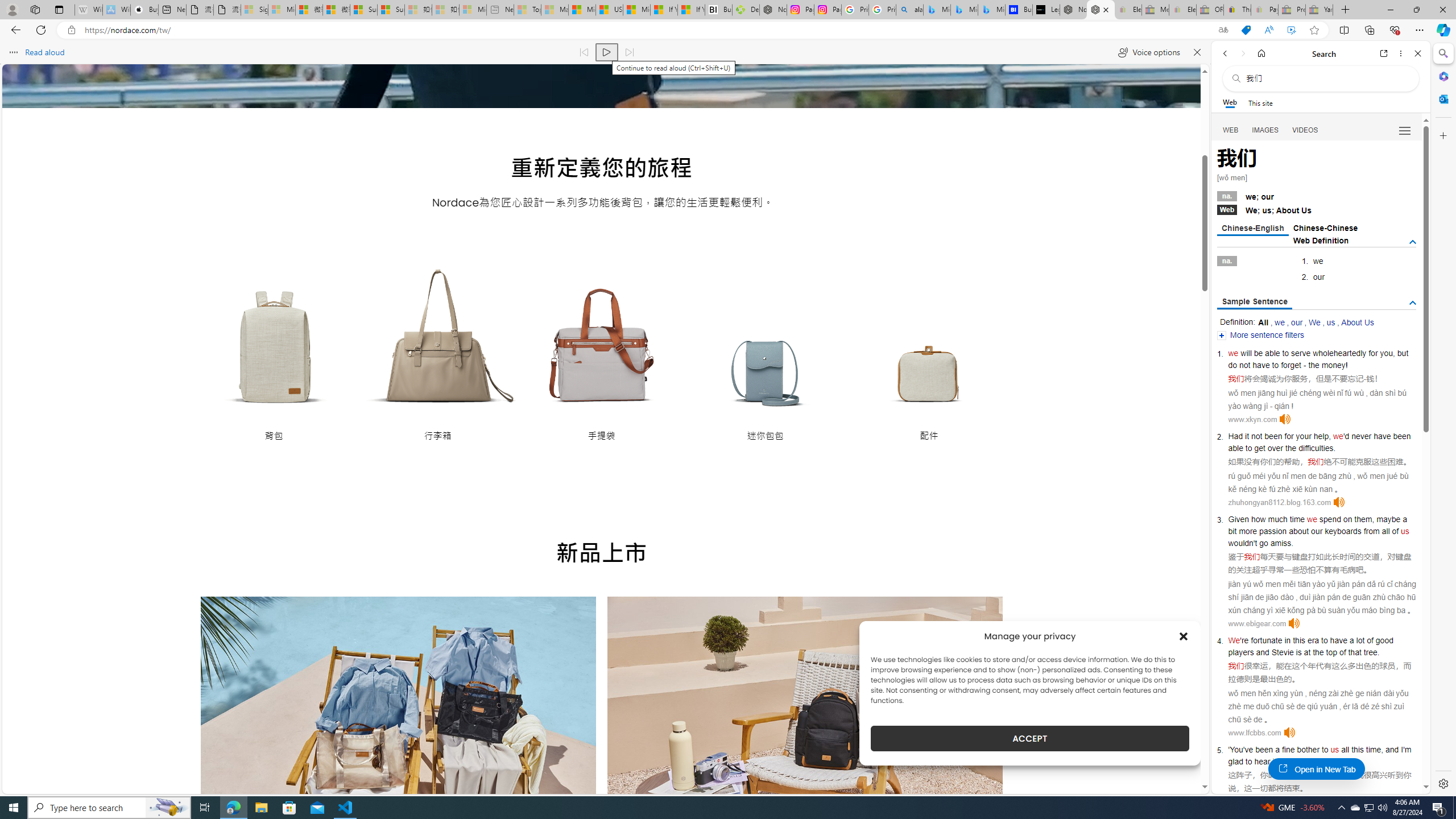 The image size is (1456, 819). I want to click on 'amiss', so click(1280, 543).